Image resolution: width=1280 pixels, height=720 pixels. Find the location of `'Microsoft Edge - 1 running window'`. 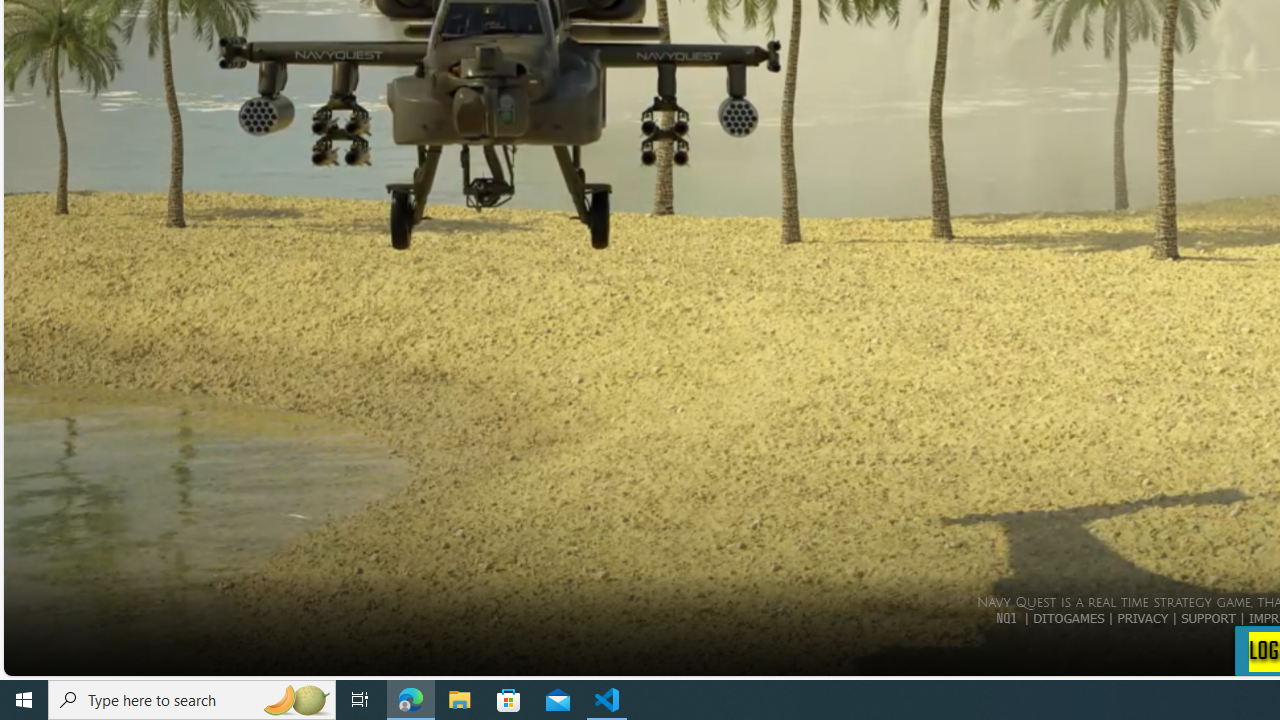

'Microsoft Edge - 1 running window' is located at coordinates (410, 698).